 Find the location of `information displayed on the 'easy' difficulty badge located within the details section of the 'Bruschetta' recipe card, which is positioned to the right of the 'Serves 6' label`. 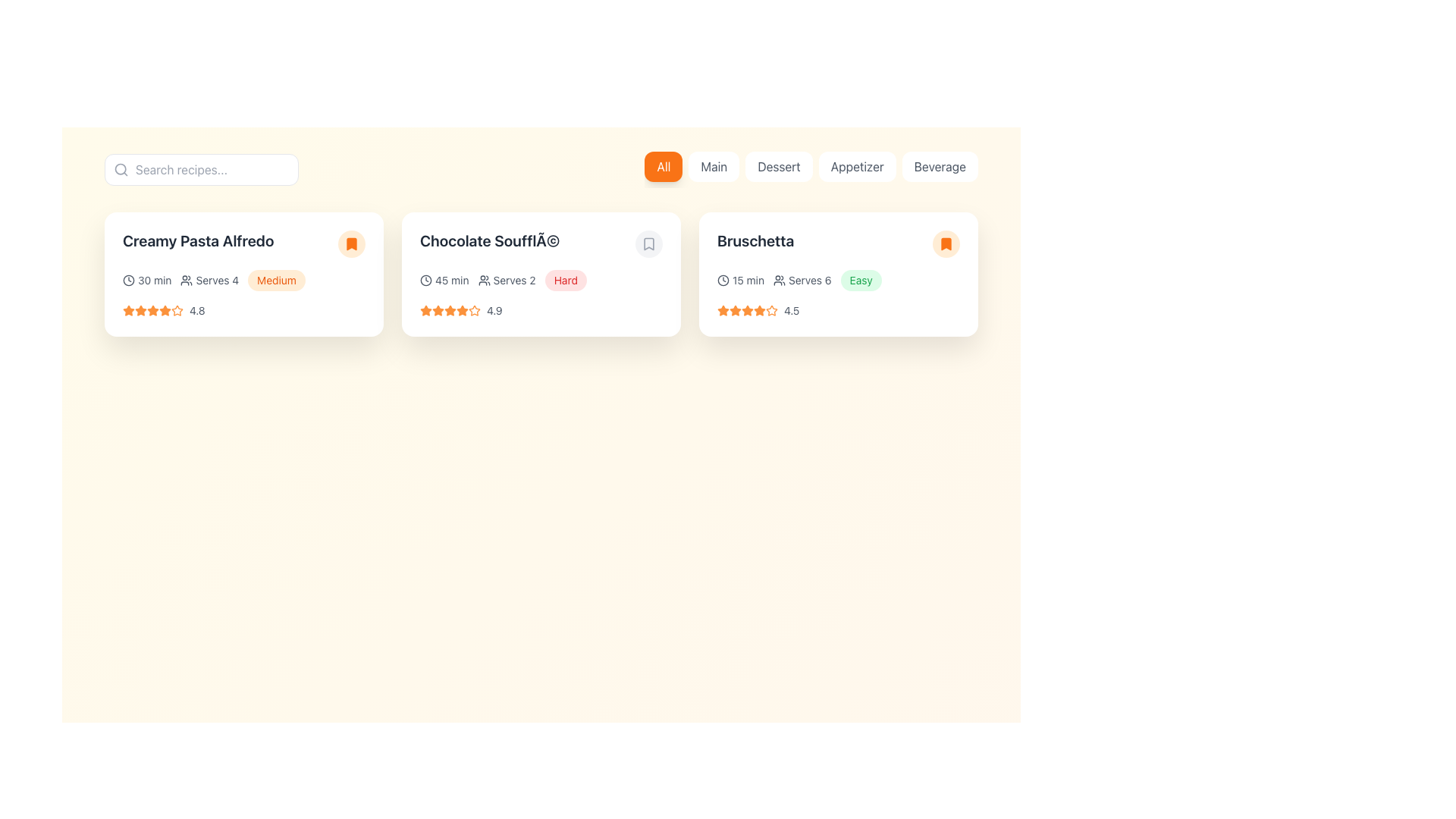

information displayed on the 'easy' difficulty badge located within the details section of the 'Bruschetta' recipe card, which is positioned to the right of the 'Serves 6' label is located at coordinates (861, 281).